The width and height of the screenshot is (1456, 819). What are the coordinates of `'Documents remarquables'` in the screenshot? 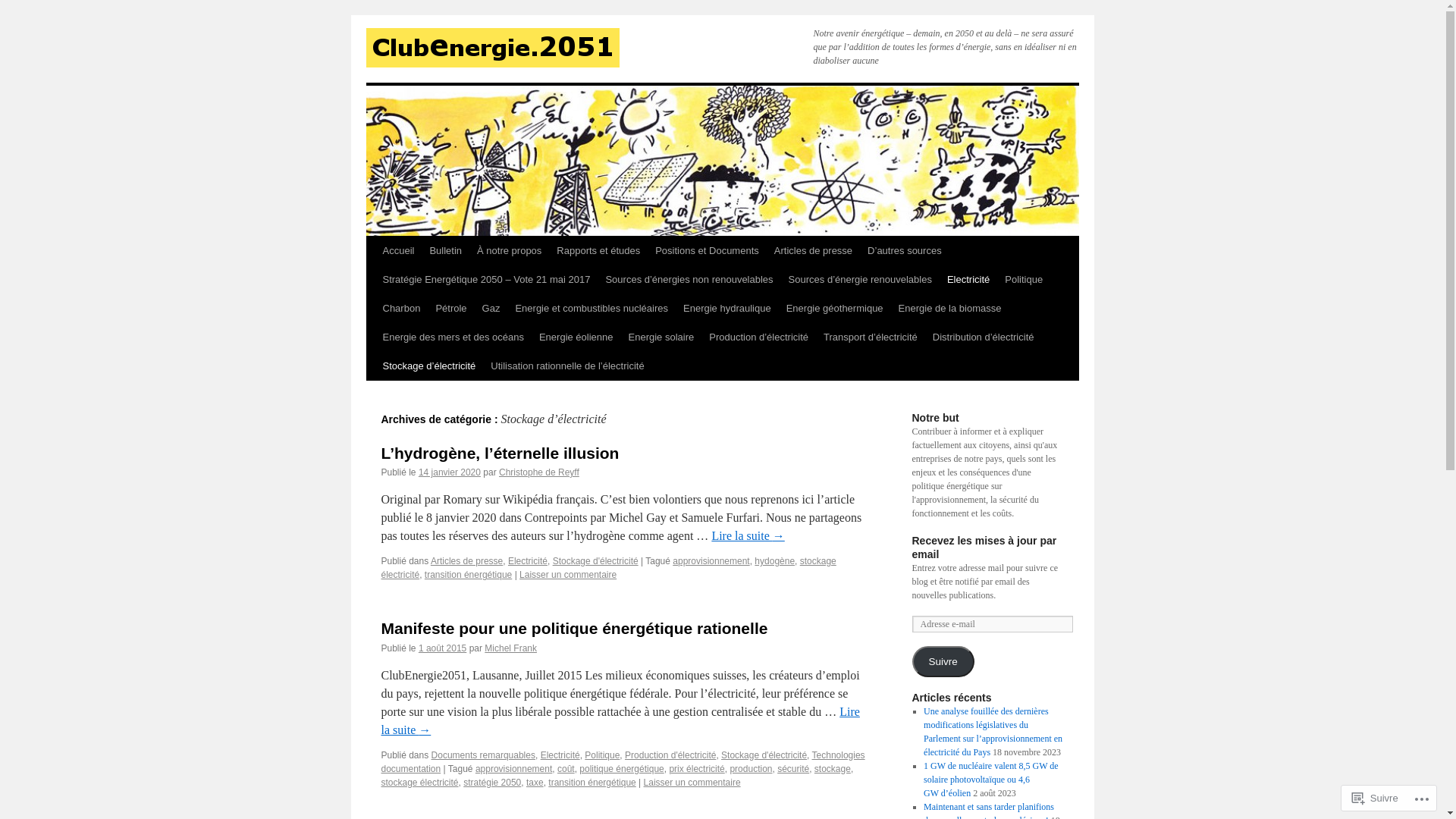 It's located at (482, 755).